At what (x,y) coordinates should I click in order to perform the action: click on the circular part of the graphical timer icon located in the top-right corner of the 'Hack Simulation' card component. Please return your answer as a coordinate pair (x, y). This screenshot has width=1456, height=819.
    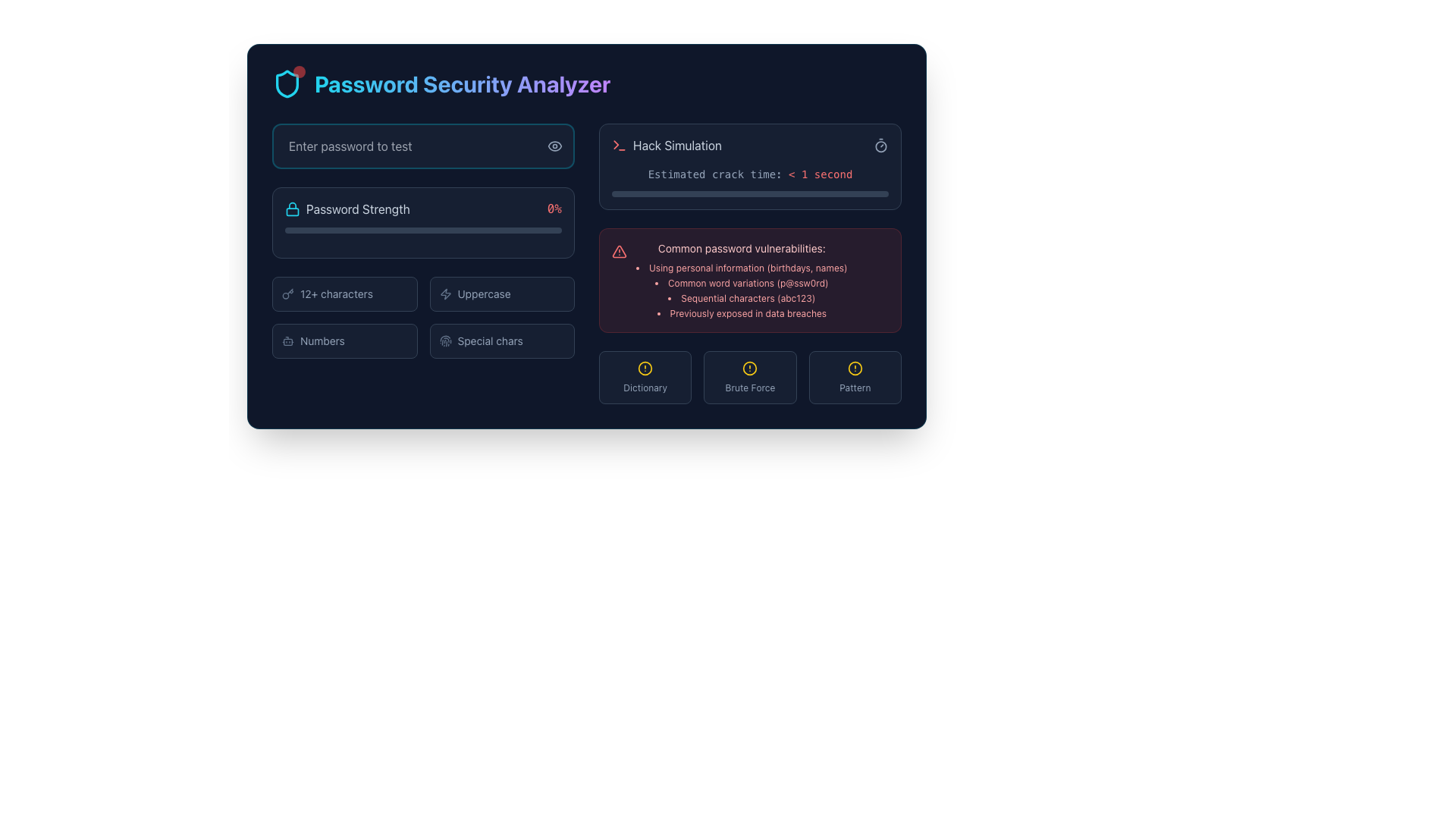
    Looking at the image, I should click on (880, 146).